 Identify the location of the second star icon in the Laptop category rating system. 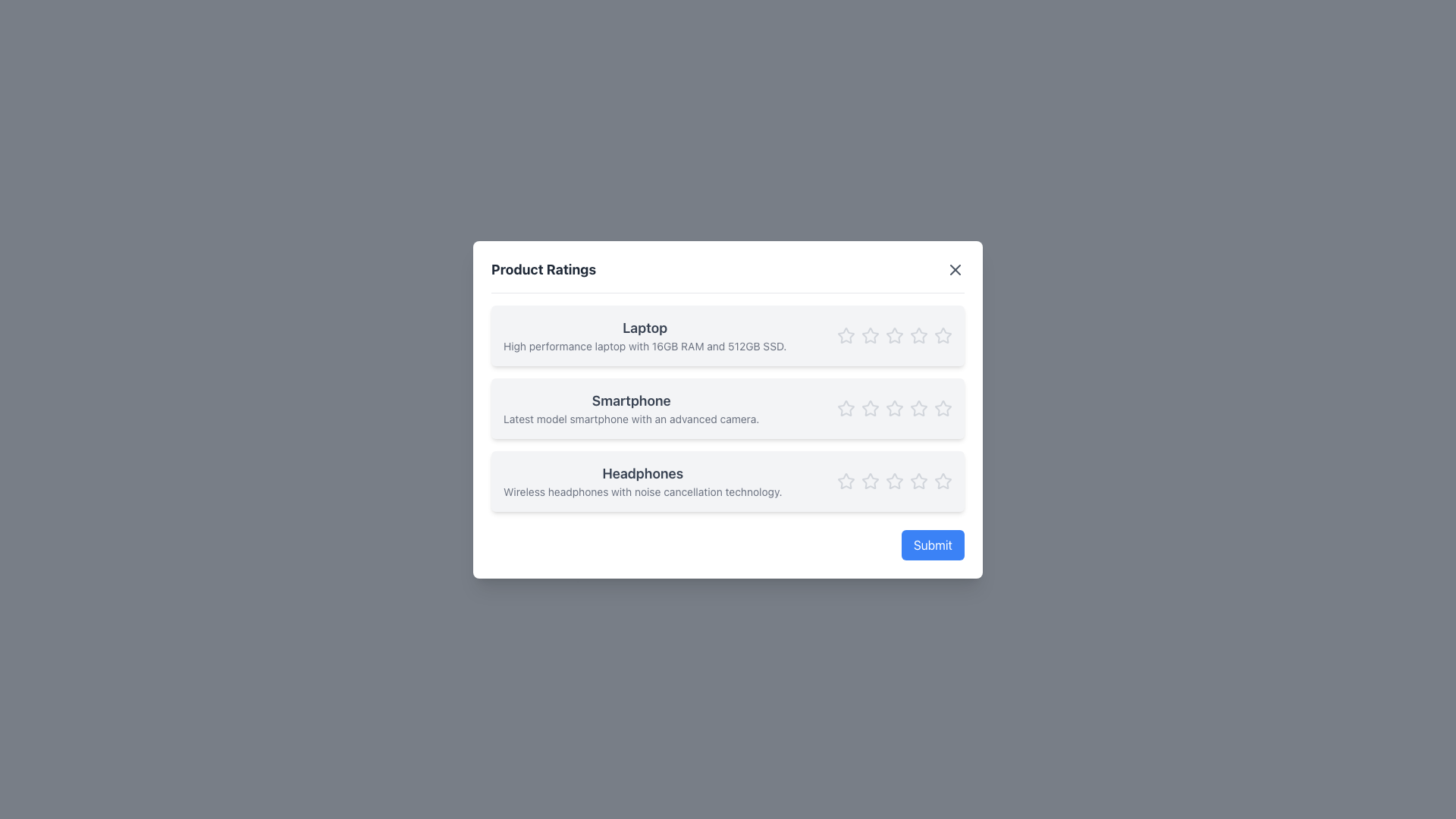
(870, 334).